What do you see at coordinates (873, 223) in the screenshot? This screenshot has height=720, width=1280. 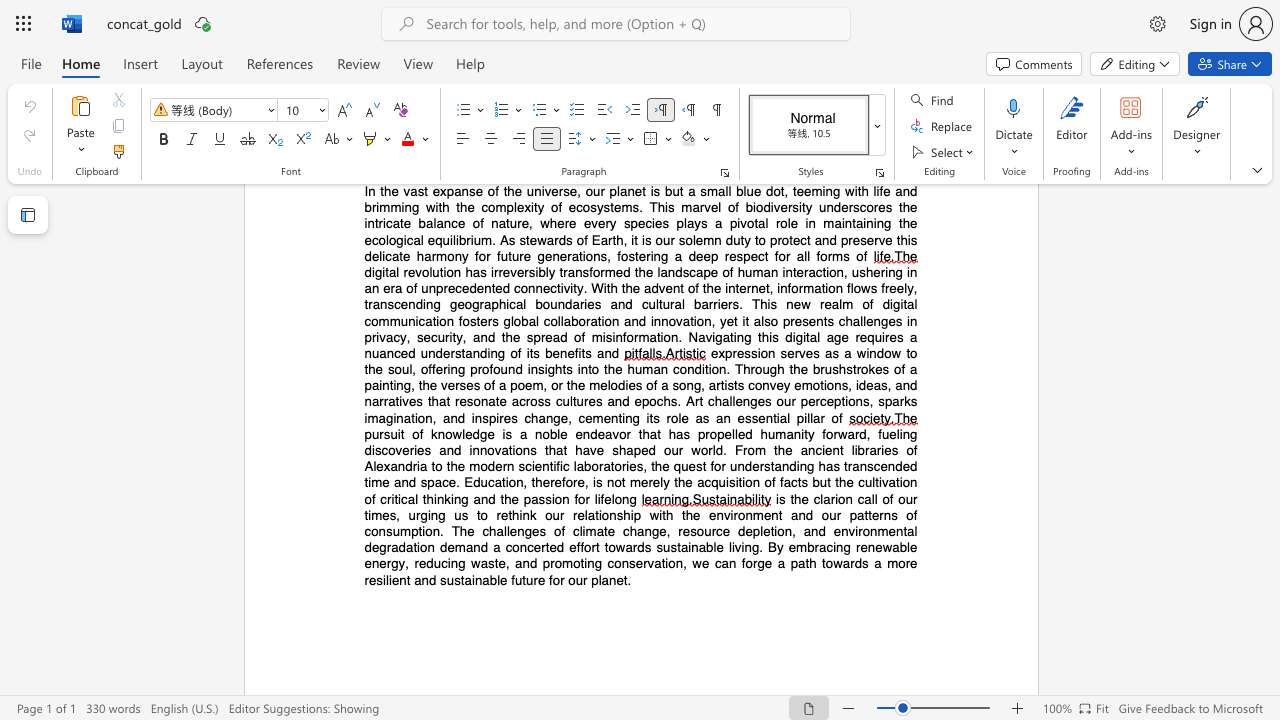 I see `the subset text "in" within the text "maintaining"` at bounding box center [873, 223].